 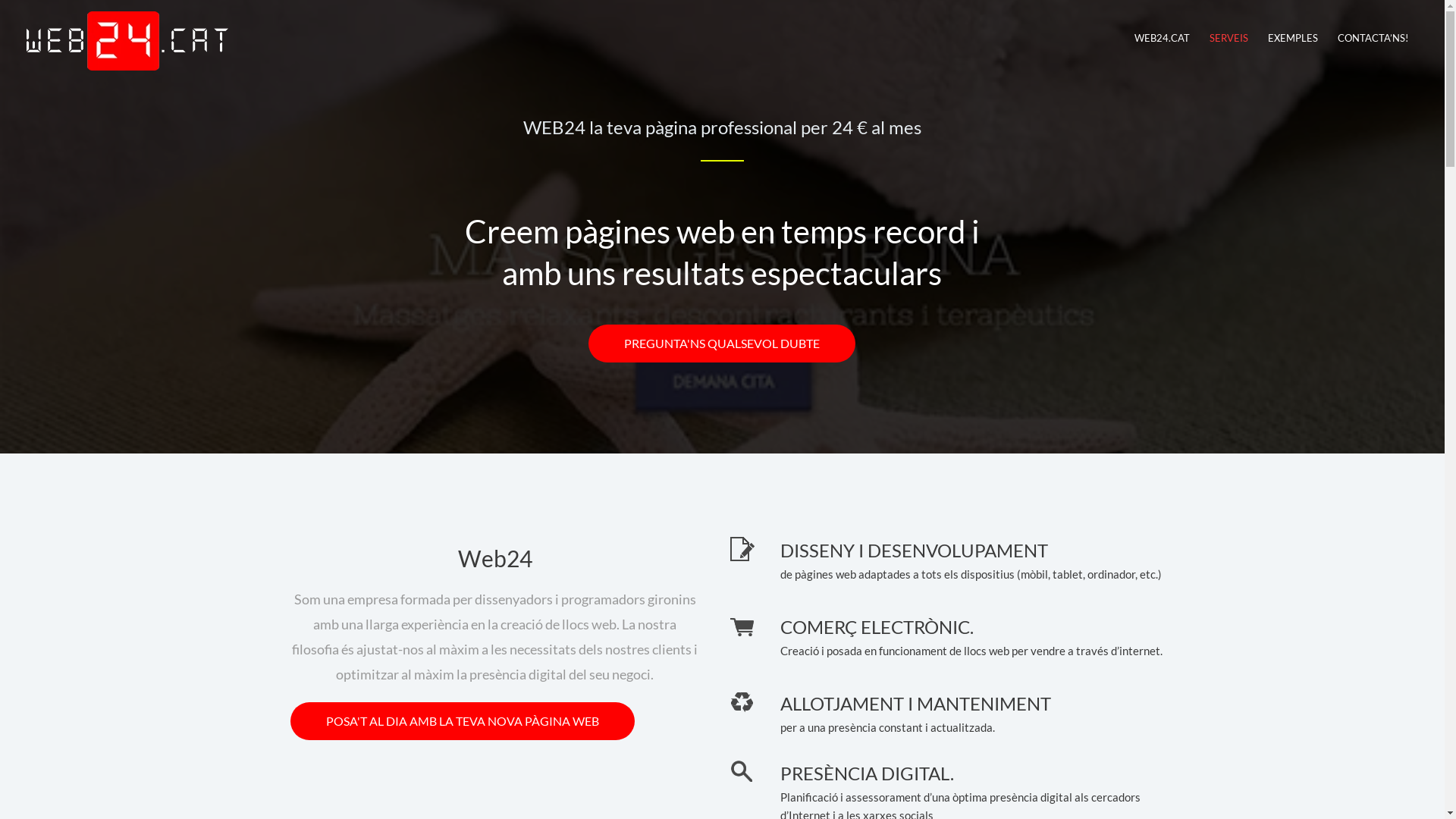 What do you see at coordinates (1258, 37) in the screenshot?
I see `'EXEMPLES'` at bounding box center [1258, 37].